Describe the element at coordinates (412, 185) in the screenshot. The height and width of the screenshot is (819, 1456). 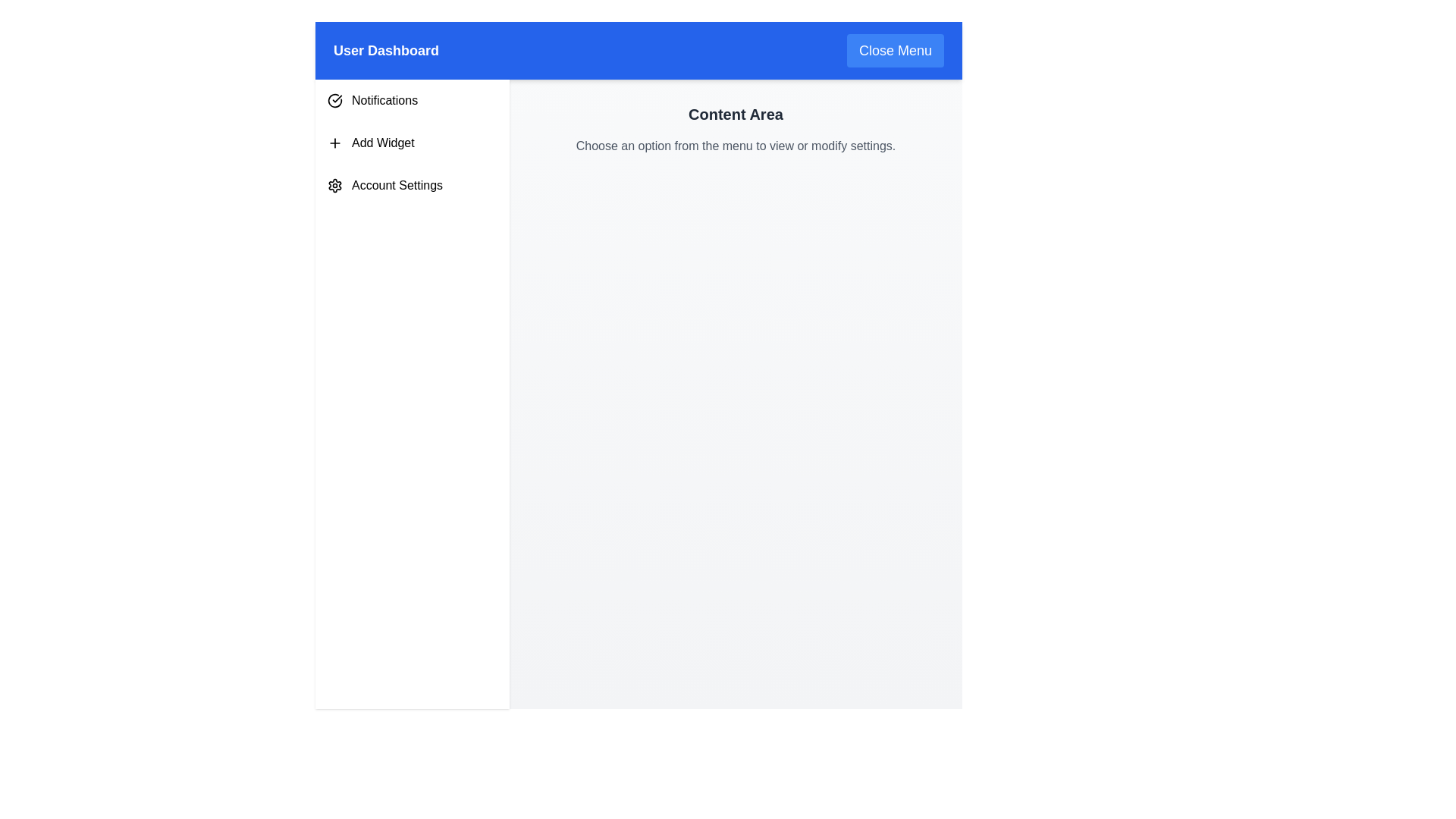
I see `the third menu item in the sidebar` at that location.